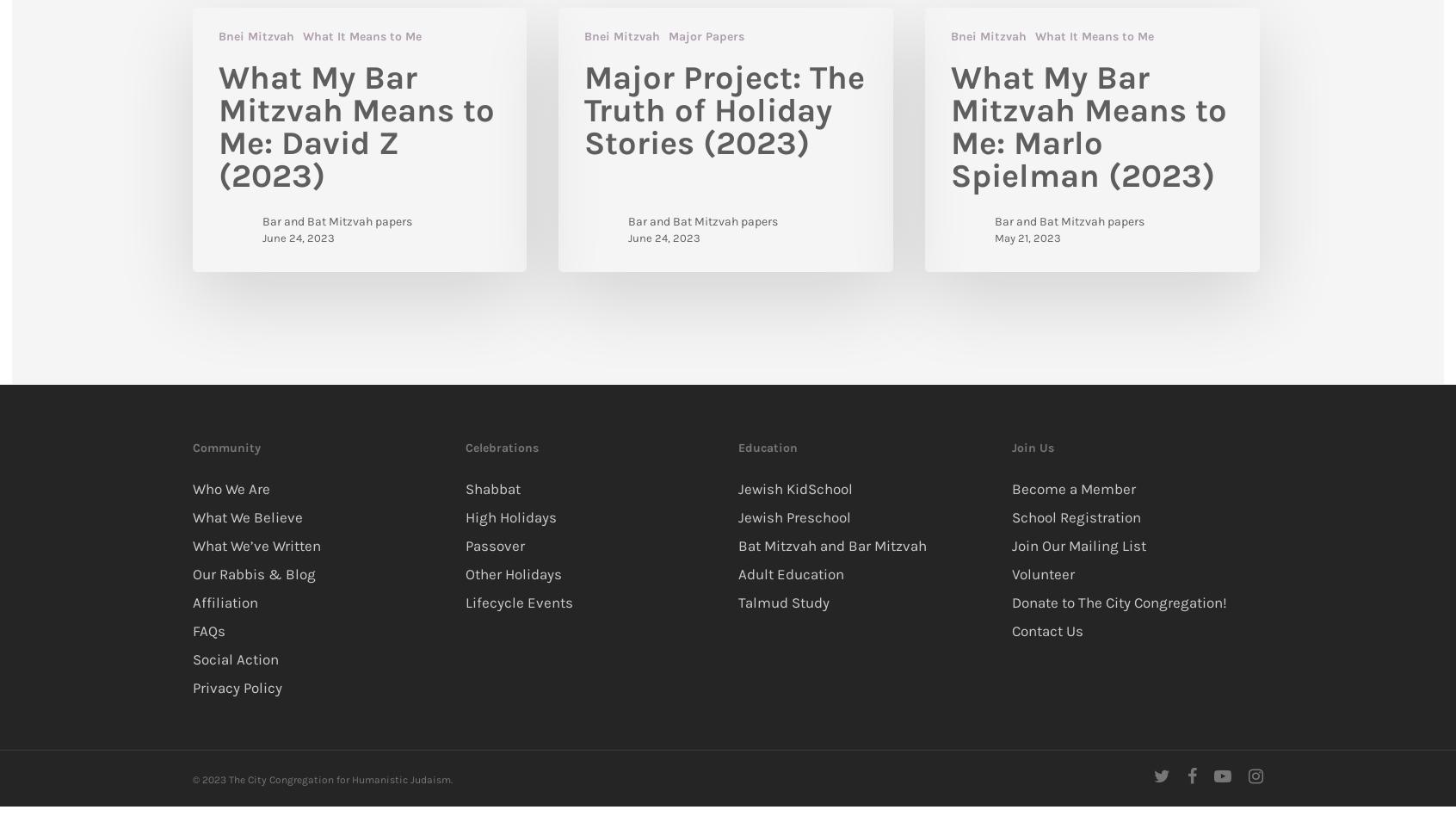  What do you see at coordinates (207, 630) in the screenshot?
I see `'FAQs'` at bounding box center [207, 630].